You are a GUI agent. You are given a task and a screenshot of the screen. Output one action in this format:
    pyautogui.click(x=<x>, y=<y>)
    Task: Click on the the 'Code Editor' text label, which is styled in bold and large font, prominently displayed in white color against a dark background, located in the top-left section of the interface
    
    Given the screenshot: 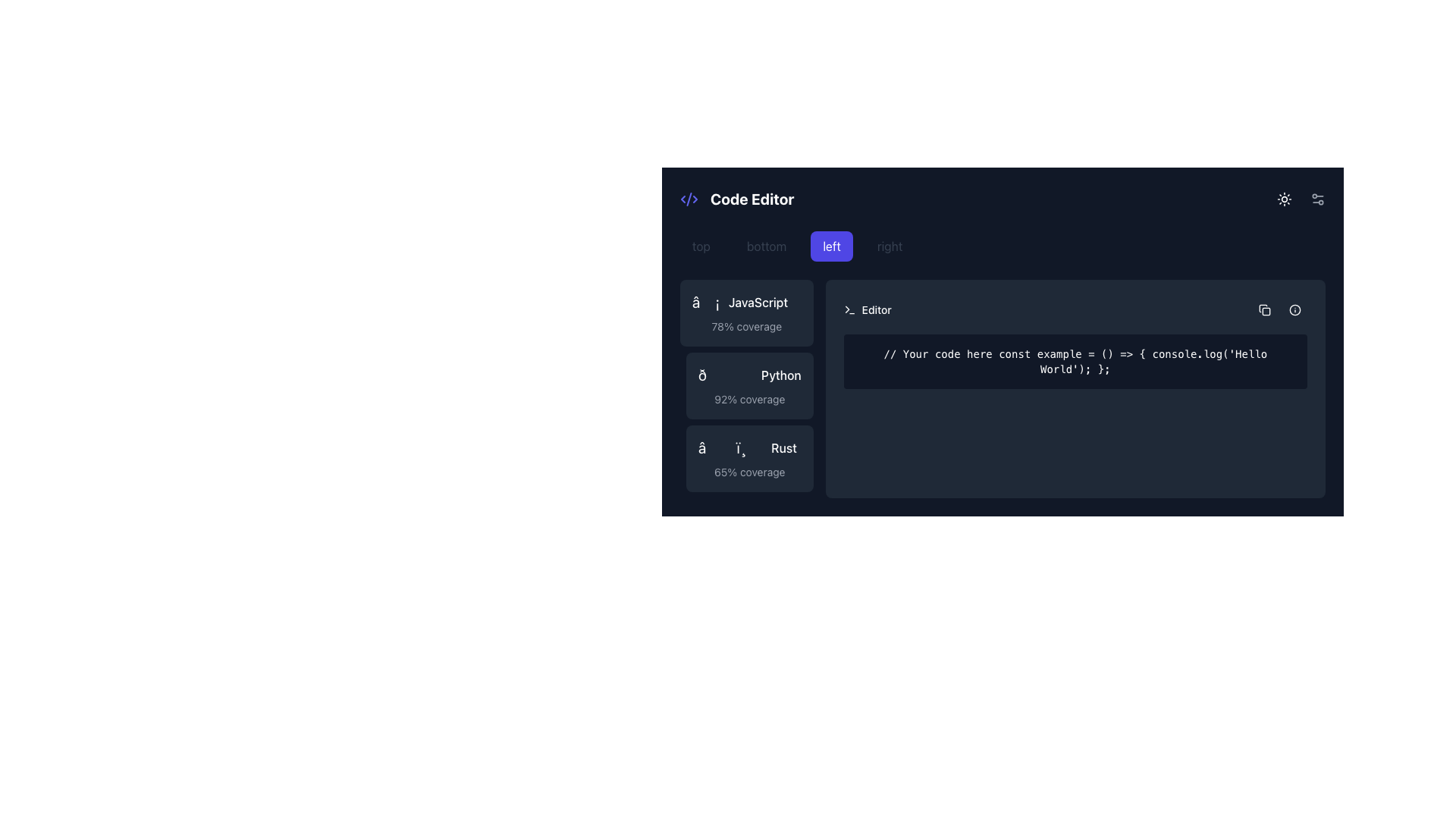 What is the action you would take?
    pyautogui.click(x=752, y=198)
    